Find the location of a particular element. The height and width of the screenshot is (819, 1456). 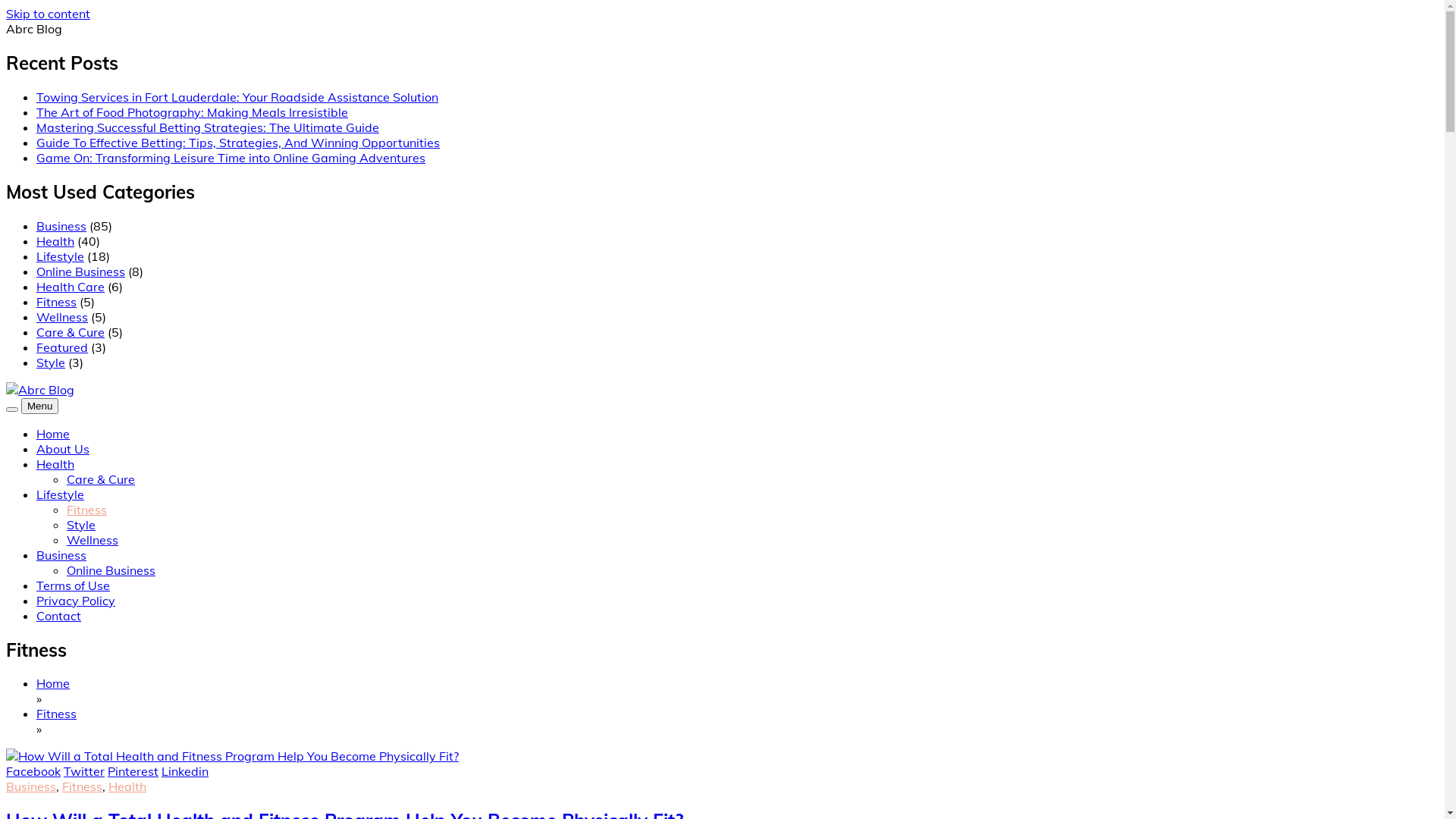

'Skip to content' is located at coordinates (48, 14).